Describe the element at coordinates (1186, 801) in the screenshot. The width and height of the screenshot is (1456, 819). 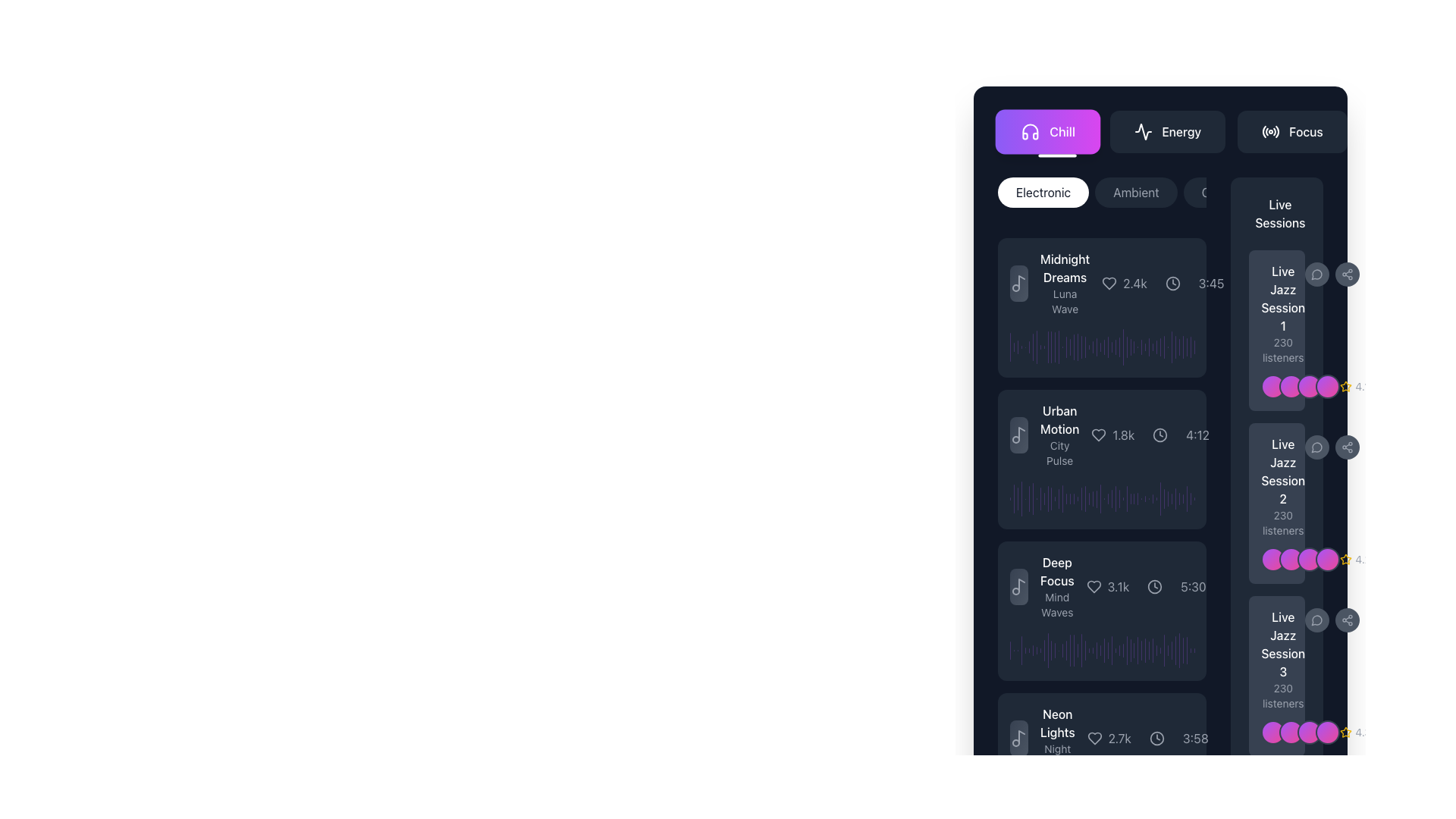
I see `the 51st vertical bar in the histogram-like representation, which is a light purple rounded bar with a translucent design` at that location.